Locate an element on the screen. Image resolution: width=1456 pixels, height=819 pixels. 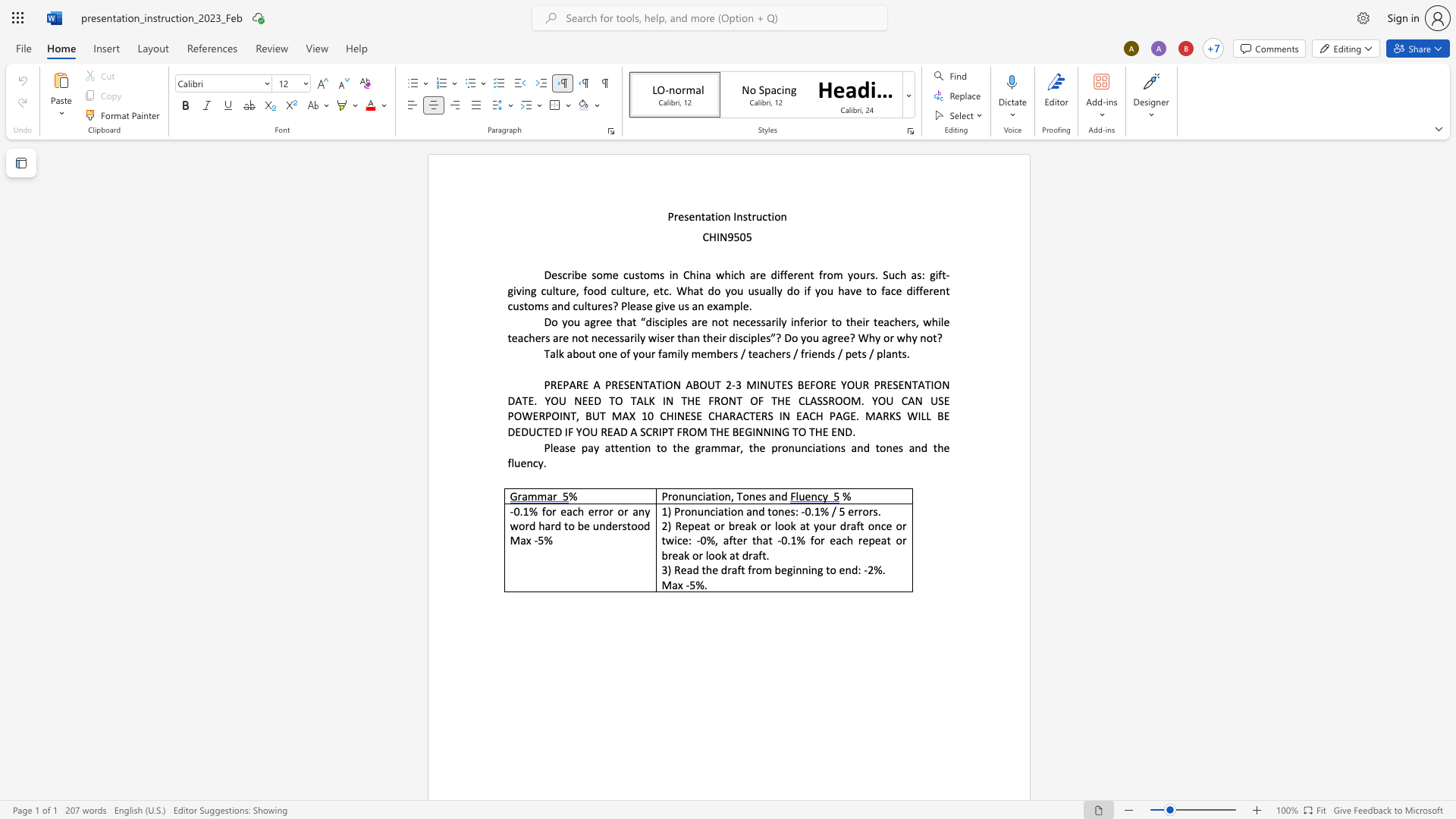
the space between the continuous character "a" and "l" in the text is located at coordinates (554, 353).